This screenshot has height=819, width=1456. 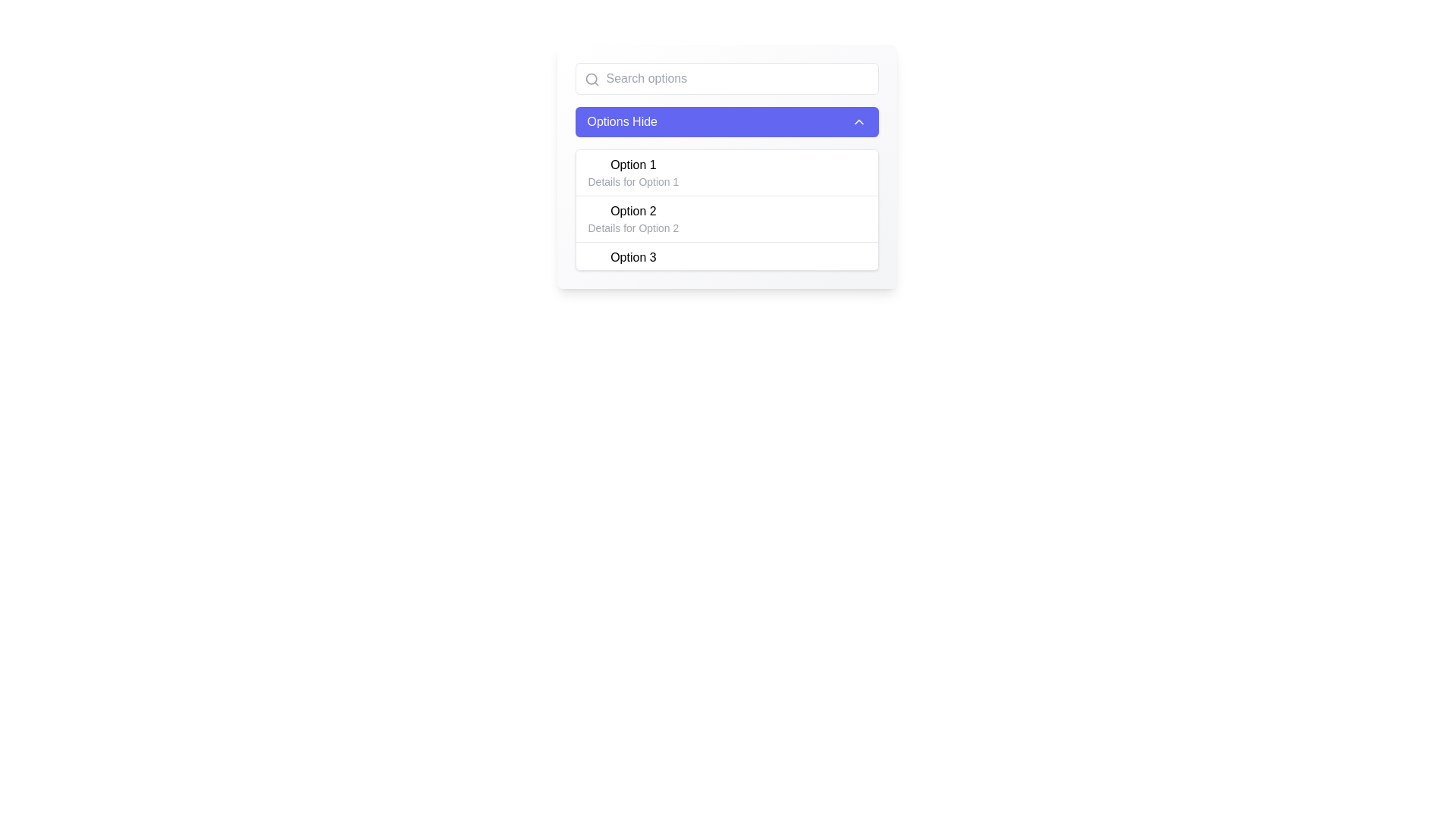 I want to click on the search icon, which is a gray circular outline with a handle resembling a magnifying glass, located to the left of the 'Search options' input field, so click(x=591, y=79).